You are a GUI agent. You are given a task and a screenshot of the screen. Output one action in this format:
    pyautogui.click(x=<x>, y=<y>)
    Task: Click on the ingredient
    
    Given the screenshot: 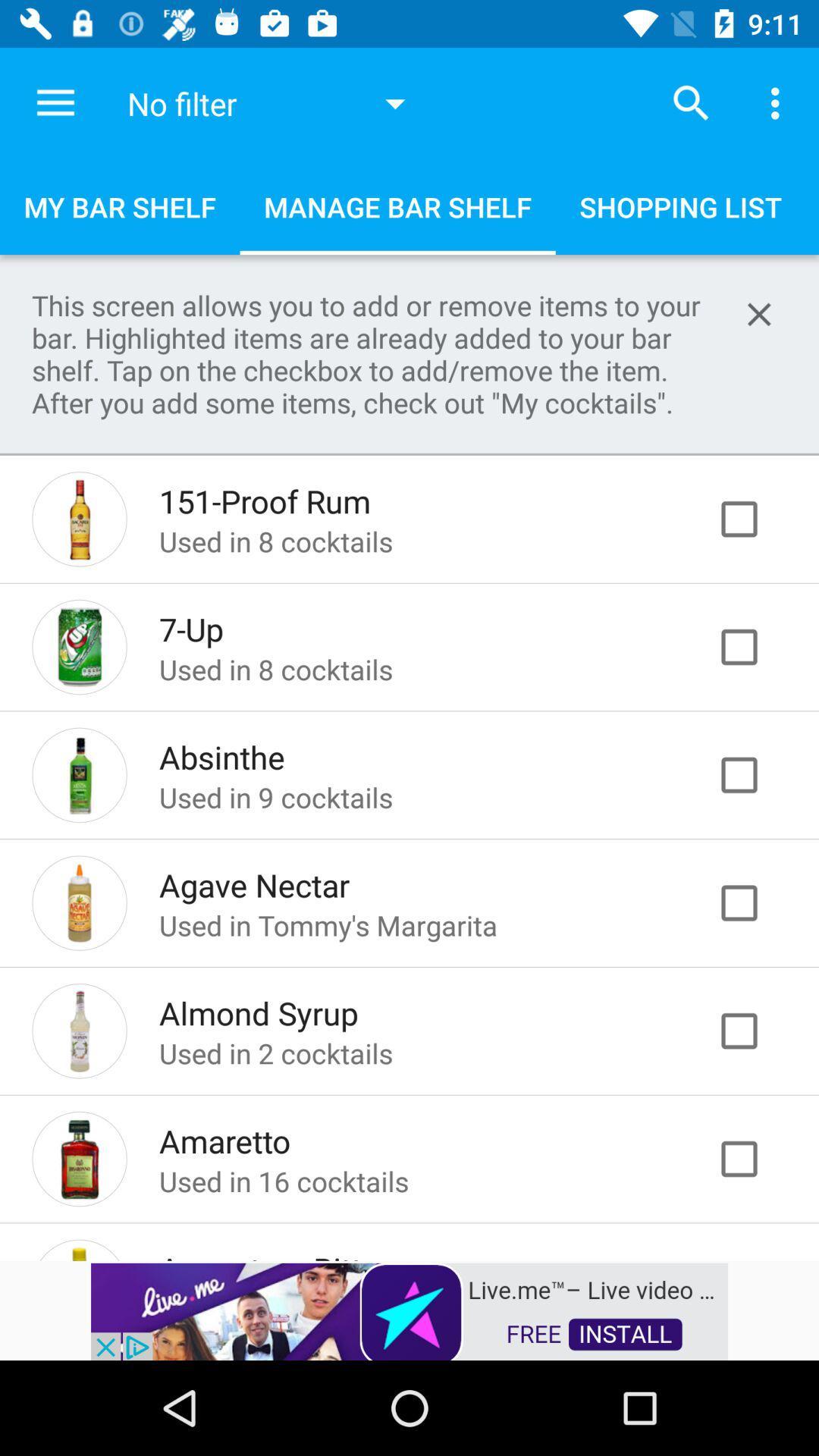 What is the action you would take?
    pyautogui.click(x=755, y=902)
    